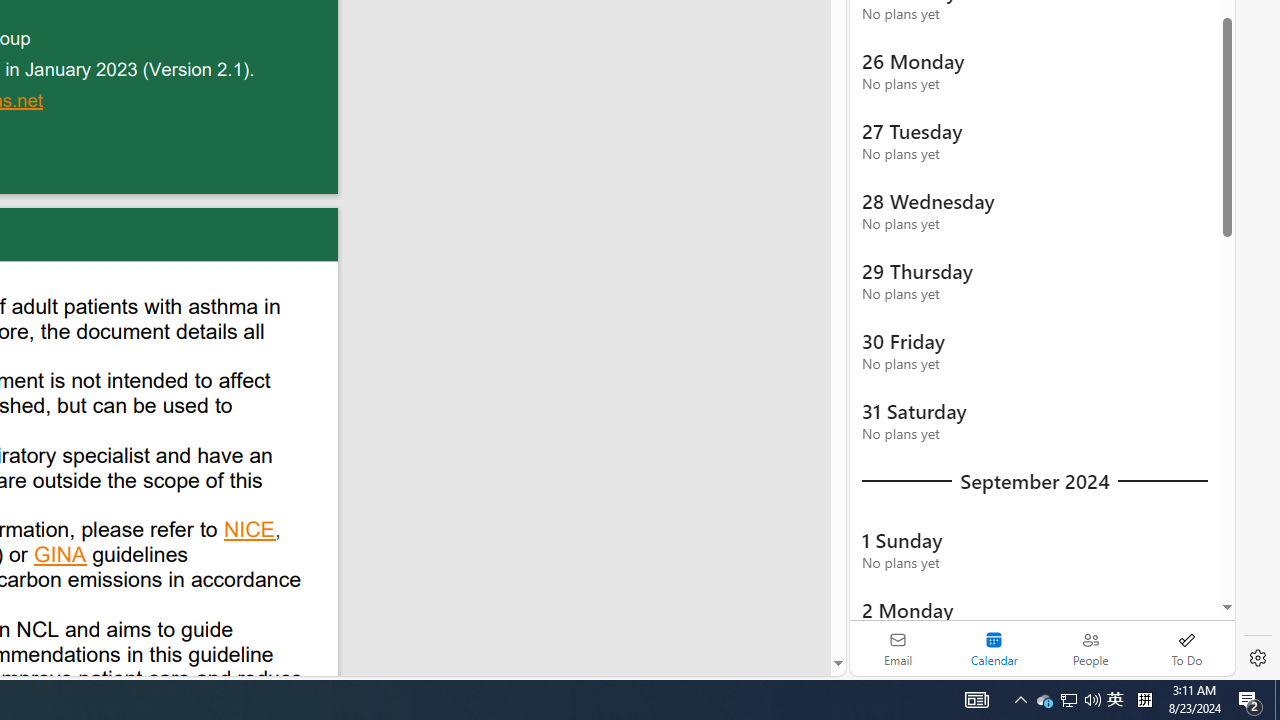  What do you see at coordinates (897, 648) in the screenshot?
I see `'Email'` at bounding box center [897, 648].